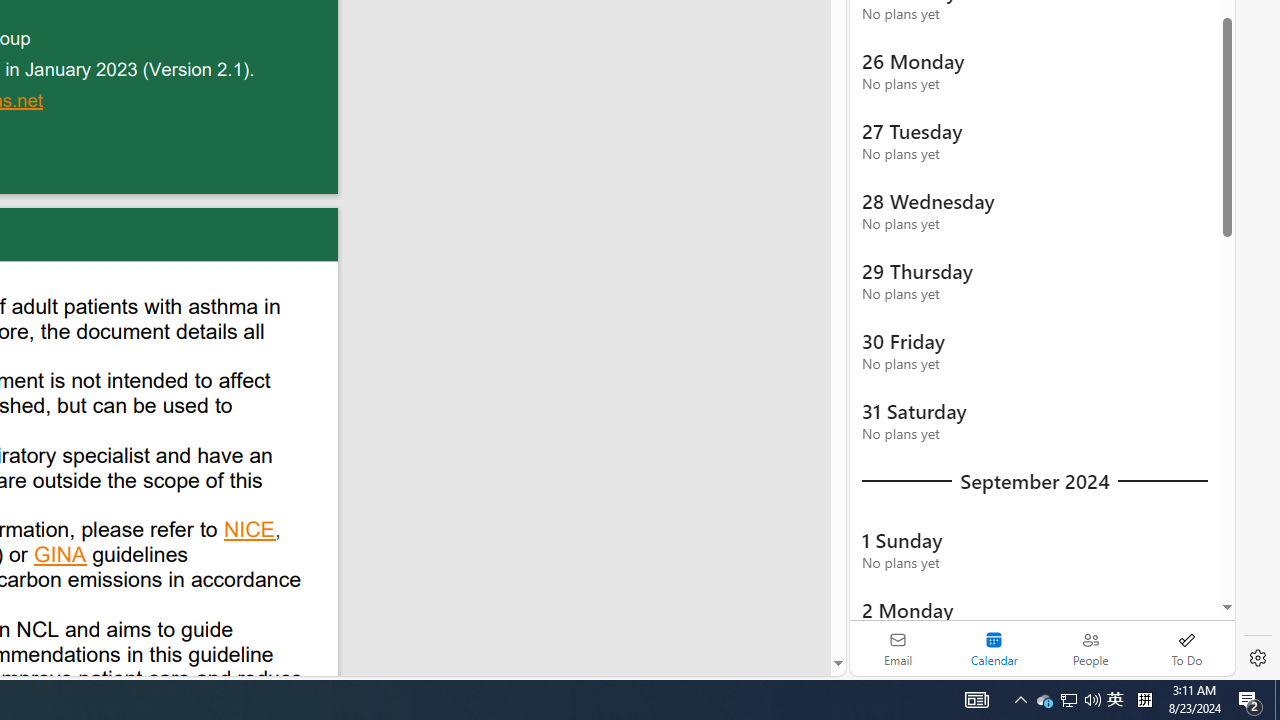  What do you see at coordinates (897, 648) in the screenshot?
I see `'Email'` at bounding box center [897, 648].